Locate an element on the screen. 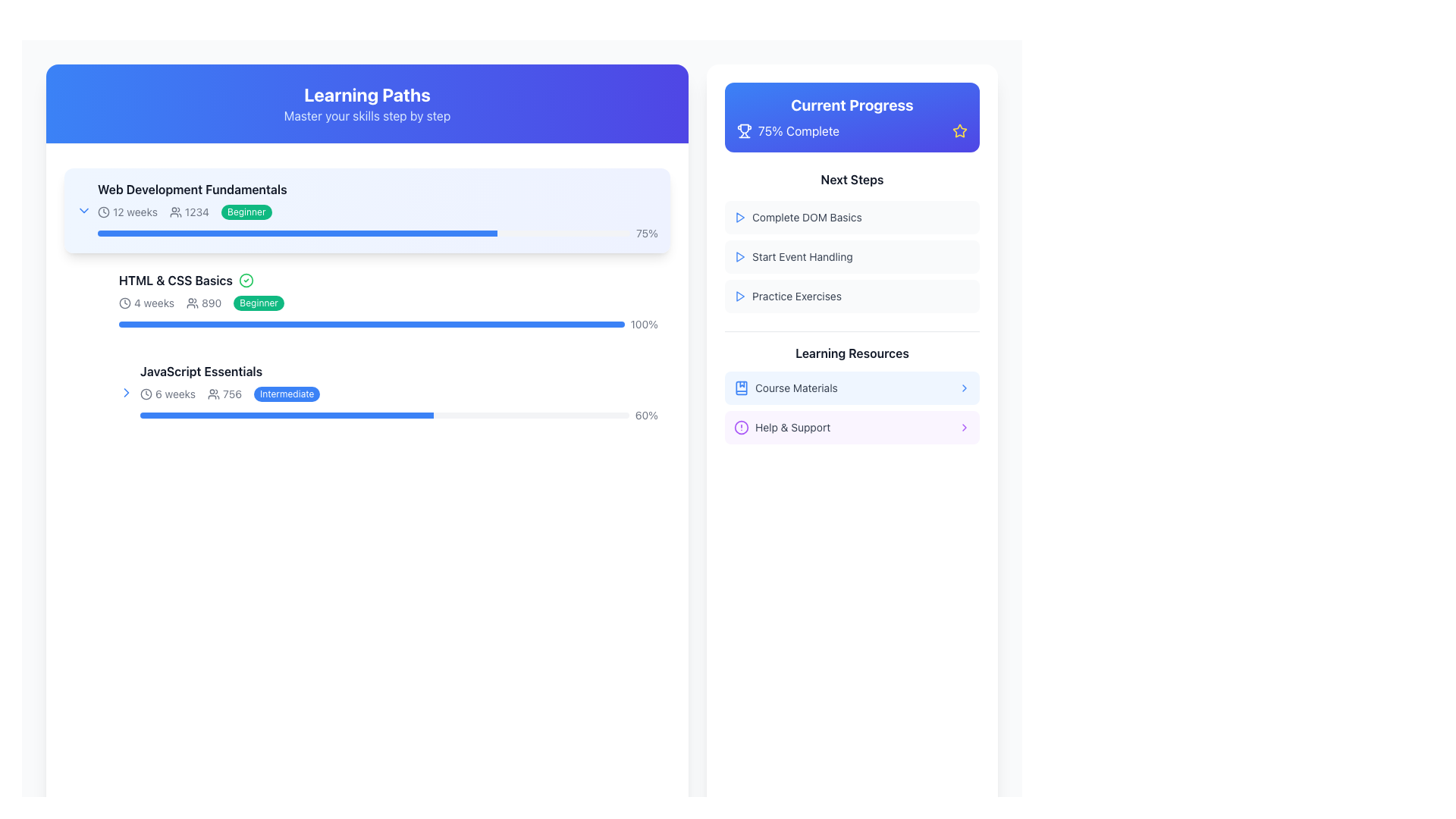 Image resolution: width=1456 pixels, height=819 pixels. the Interactive Content Section for the HTML & CSS Basics course, which is located in the middle of the learning paths module, between the Web Development Fundamentals and JavaScript Essentials sections is located at coordinates (367, 301).